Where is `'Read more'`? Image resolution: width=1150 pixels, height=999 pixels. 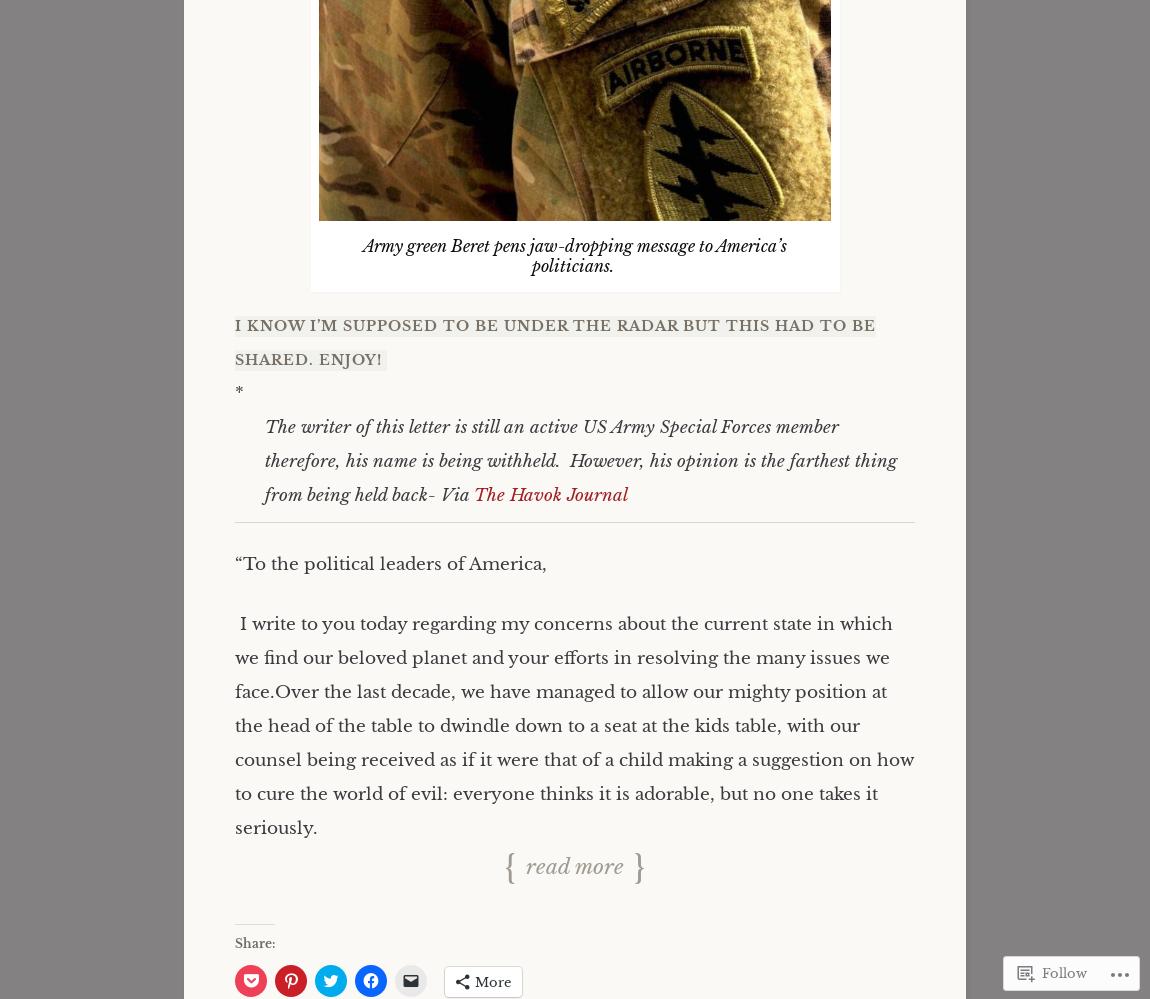
'Read more' is located at coordinates (575, 866).